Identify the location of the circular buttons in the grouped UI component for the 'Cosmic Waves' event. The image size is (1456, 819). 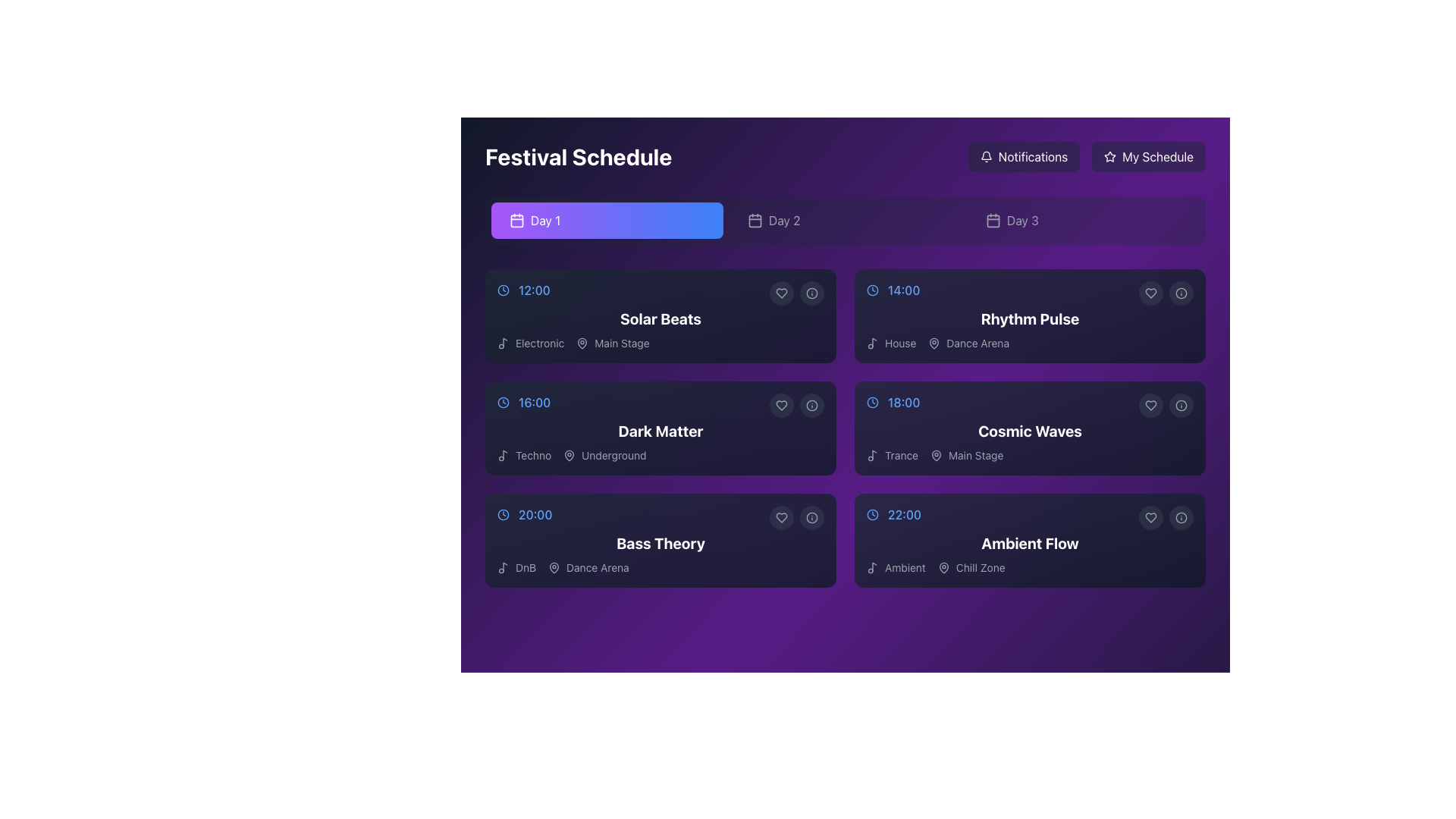
(1165, 405).